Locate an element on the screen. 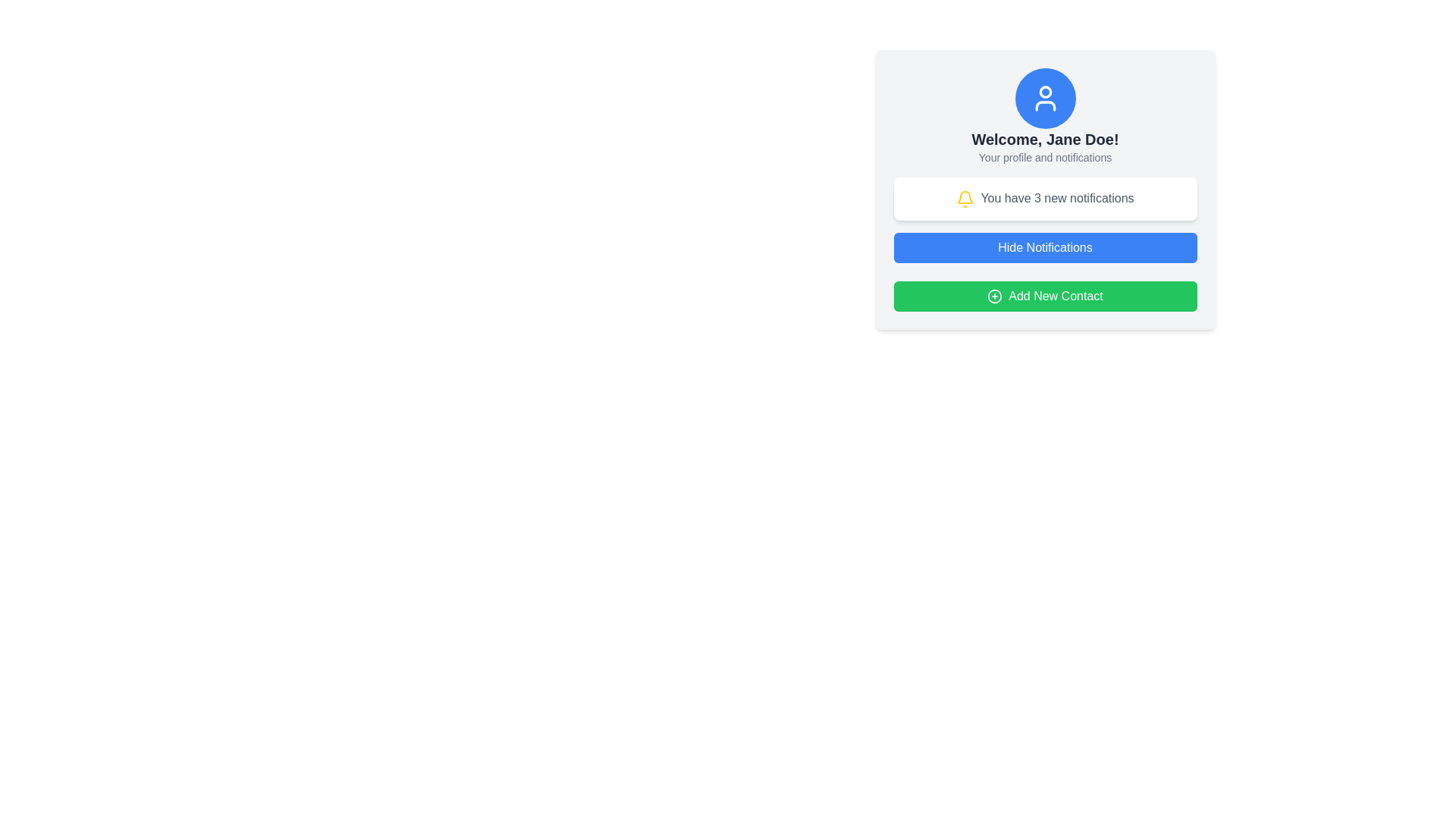 The height and width of the screenshot is (819, 1456). the informational display component that shows the welcome message and user name, positioned at the top of the card-like section is located at coordinates (1044, 116).